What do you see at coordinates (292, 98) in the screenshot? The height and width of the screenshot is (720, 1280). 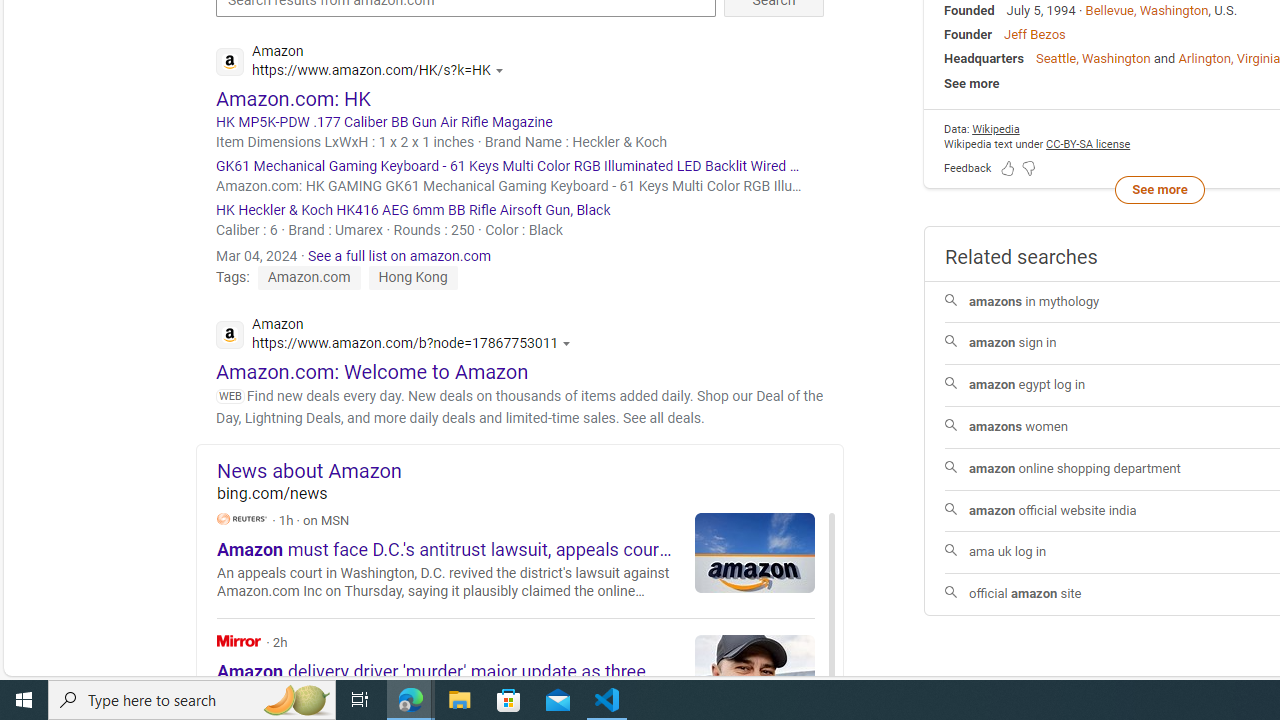 I see `'Amazon.com: HK'` at bounding box center [292, 98].